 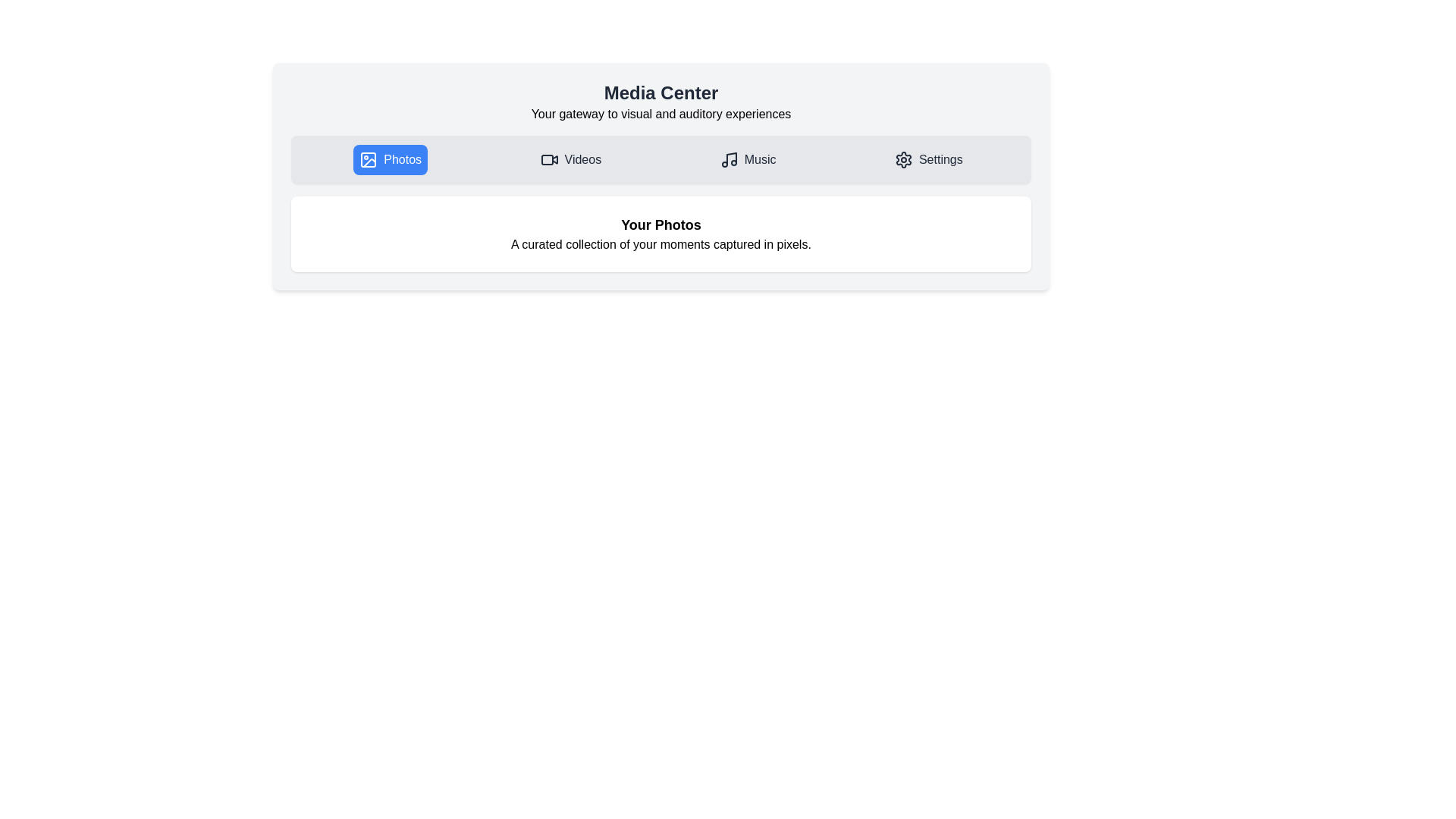 What do you see at coordinates (661, 113) in the screenshot?
I see `tagline or description text located below the bold header 'Media Center', which is centered horizontally in the main section of the interface` at bounding box center [661, 113].